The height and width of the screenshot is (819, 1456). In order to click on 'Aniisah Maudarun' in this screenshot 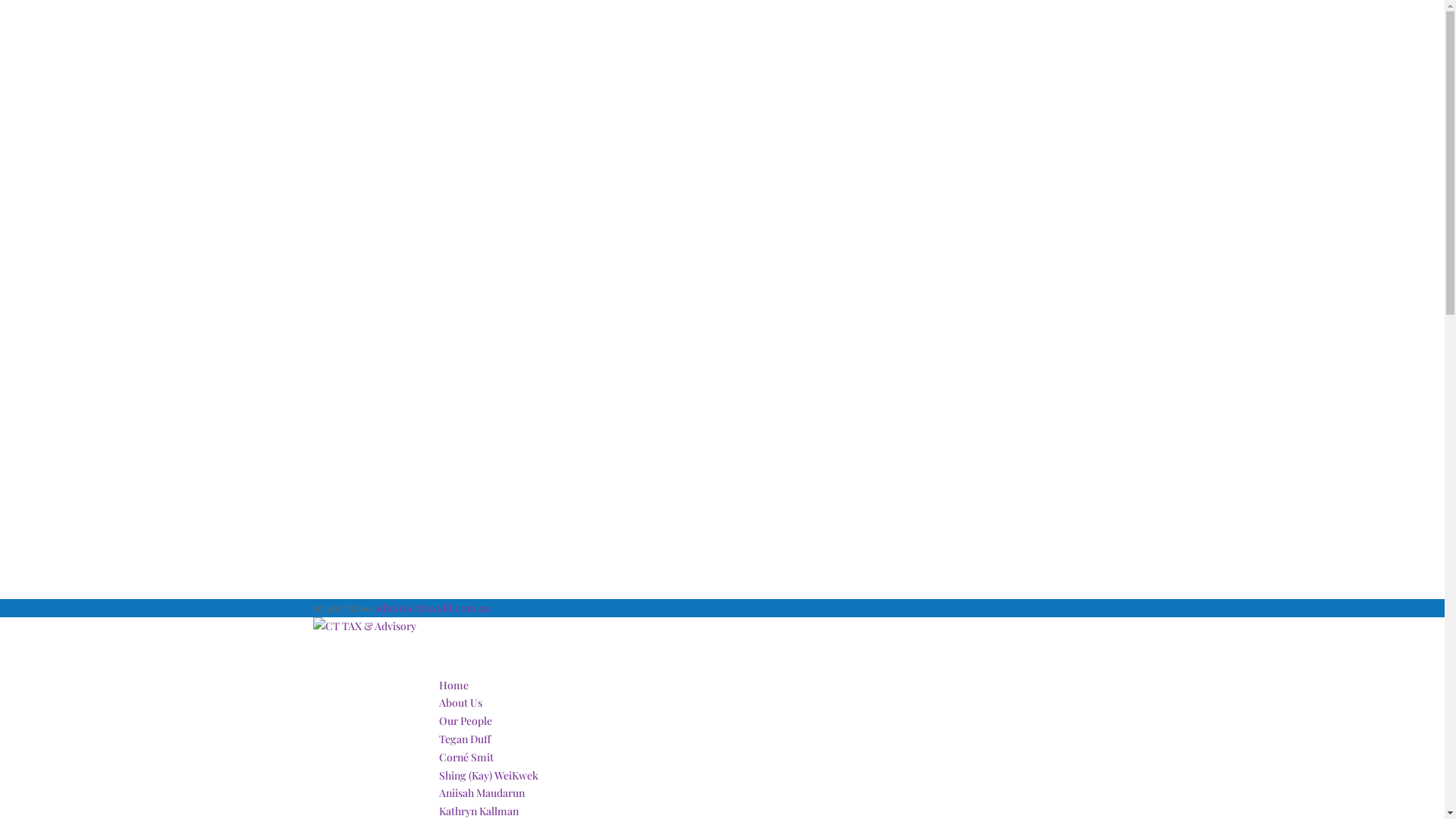, I will do `click(480, 792)`.